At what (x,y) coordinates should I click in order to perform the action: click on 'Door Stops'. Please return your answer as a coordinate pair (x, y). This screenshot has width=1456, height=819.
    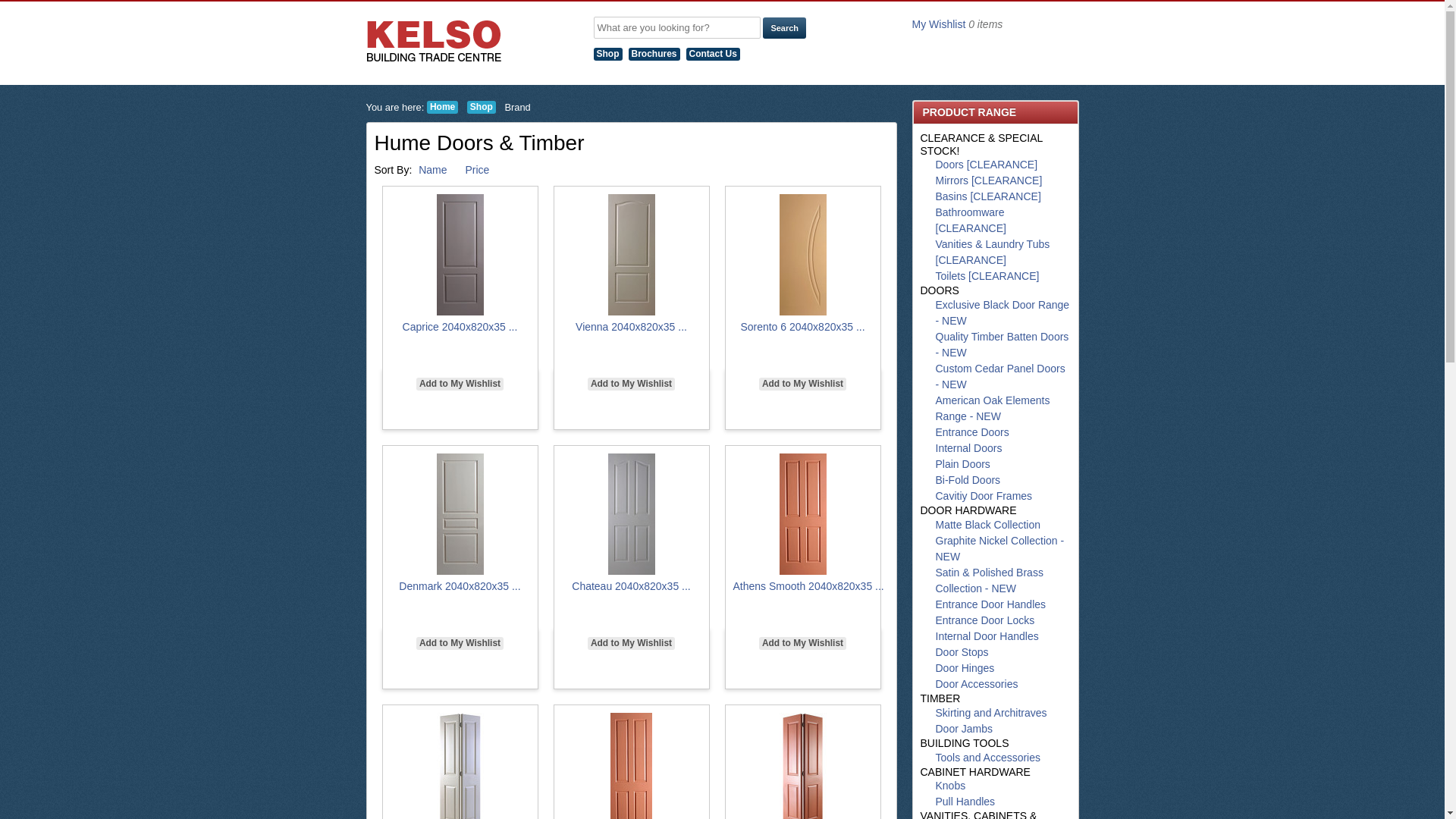
    Looking at the image, I should click on (934, 651).